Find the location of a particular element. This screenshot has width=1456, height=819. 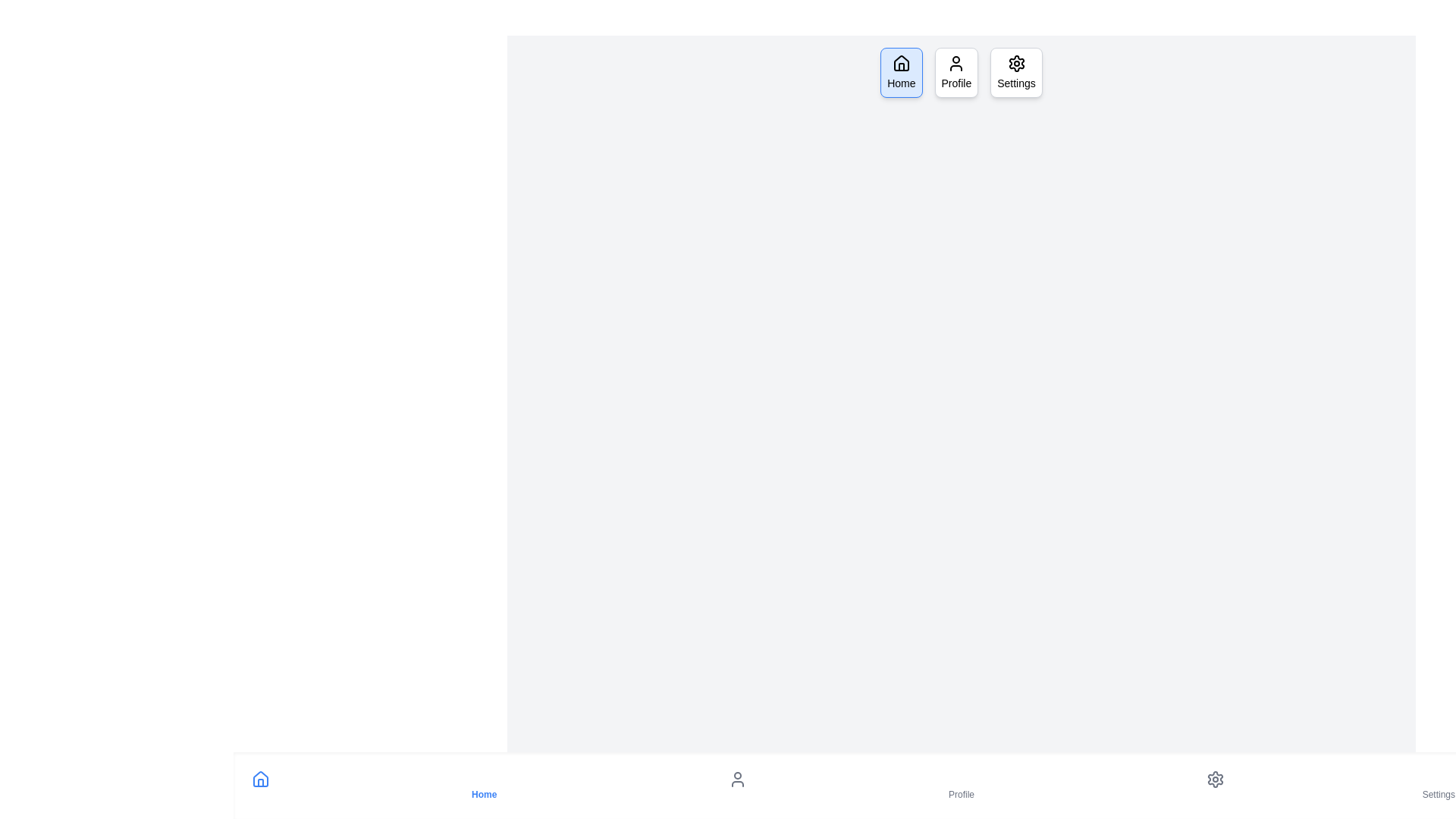

the 'Home' text label styled in blue and bold, located in the bottom-center navigation bar next to the house icon is located at coordinates (483, 794).